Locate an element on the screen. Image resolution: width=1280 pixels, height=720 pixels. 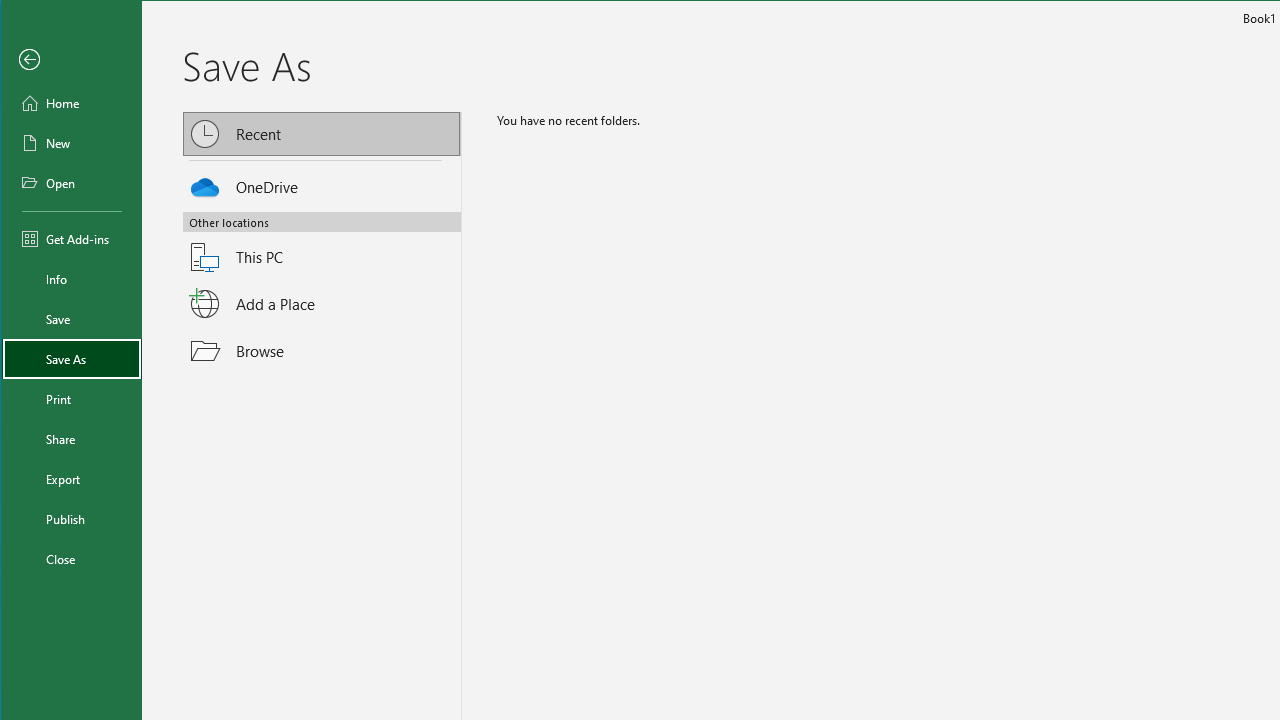
'Save As' is located at coordinates (72, 357).